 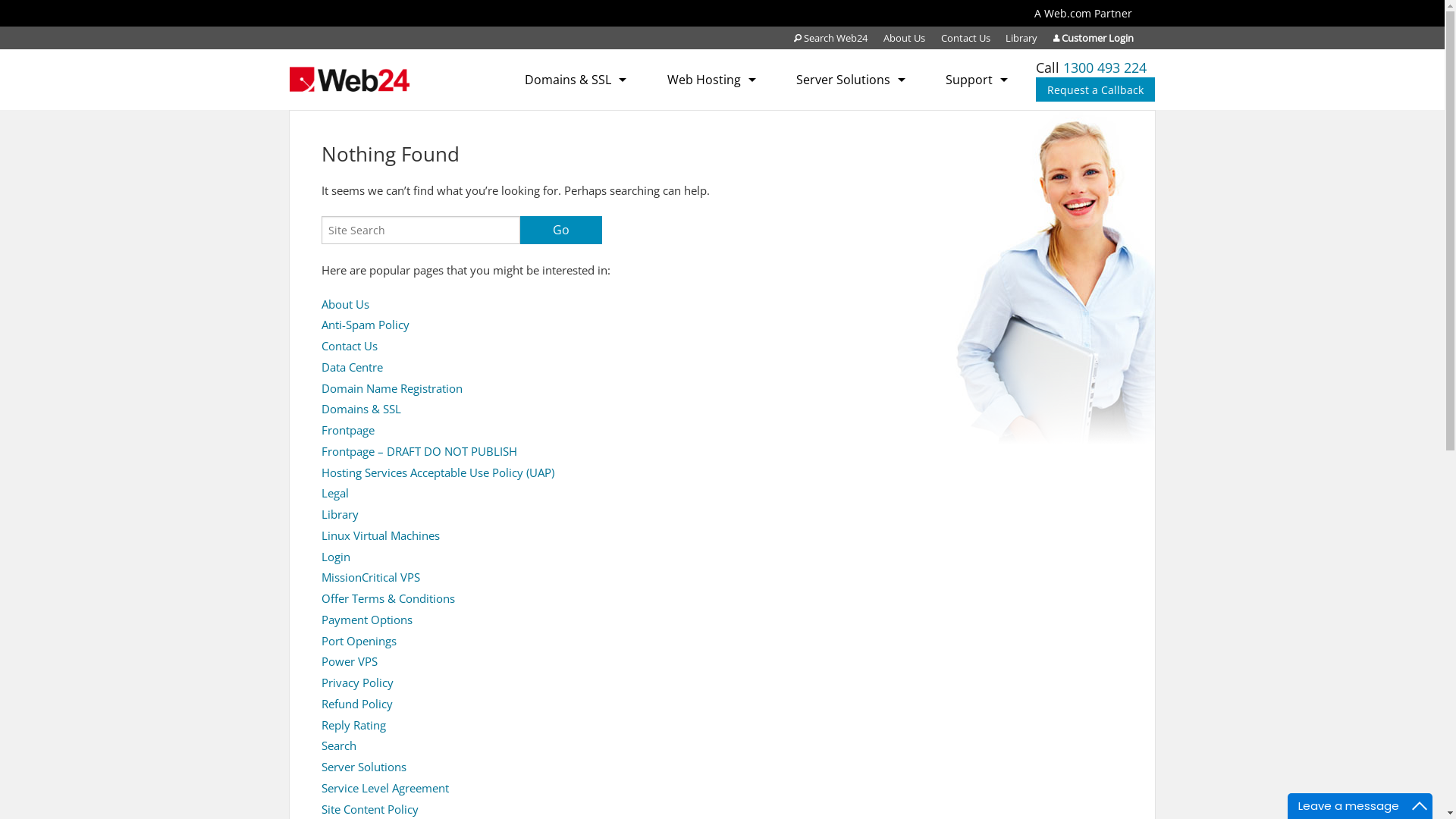 I want to click on 'Support', so click(x=977, y=79).